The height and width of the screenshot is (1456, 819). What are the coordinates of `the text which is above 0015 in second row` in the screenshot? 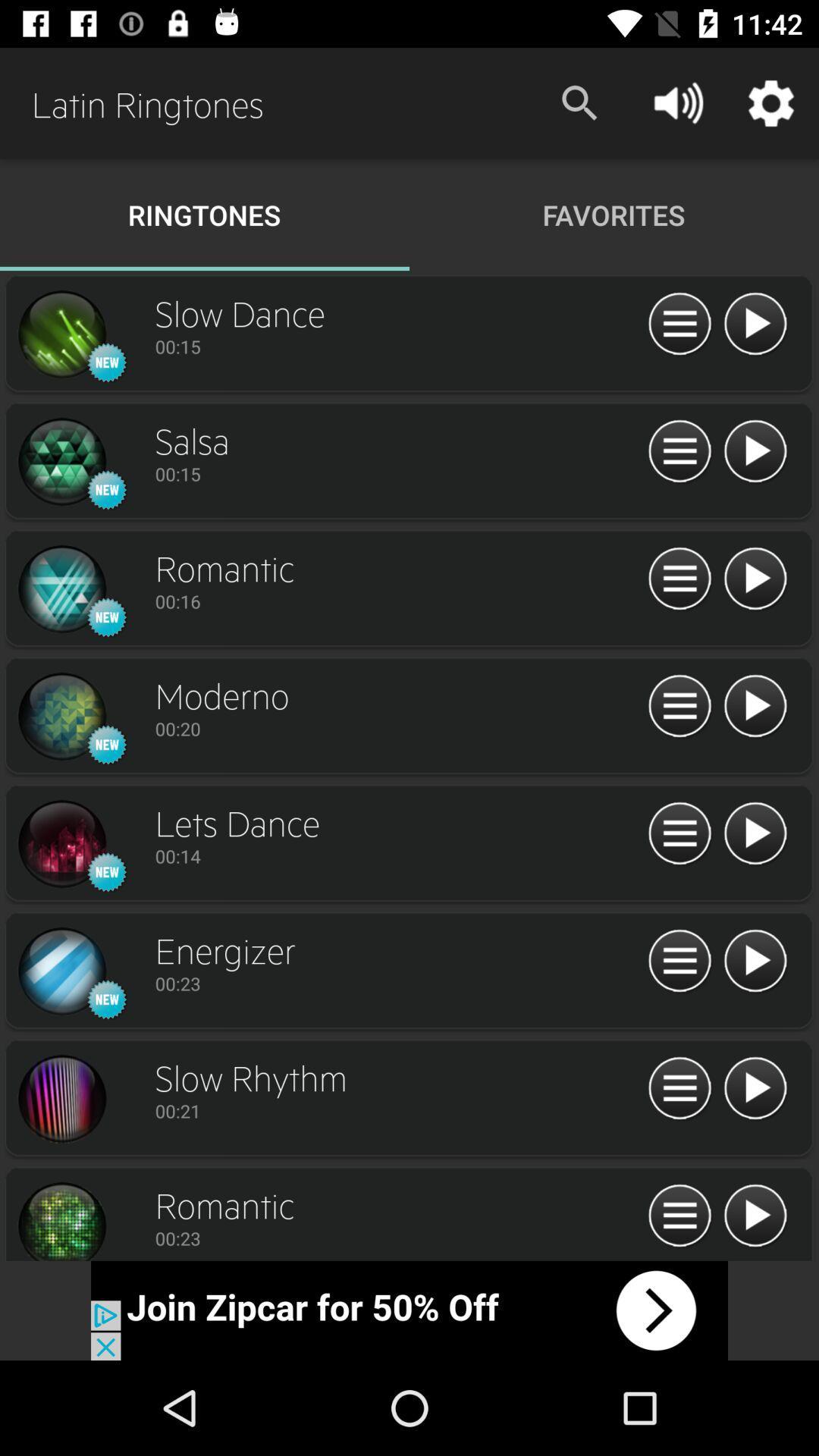 It's located at (397, 439).